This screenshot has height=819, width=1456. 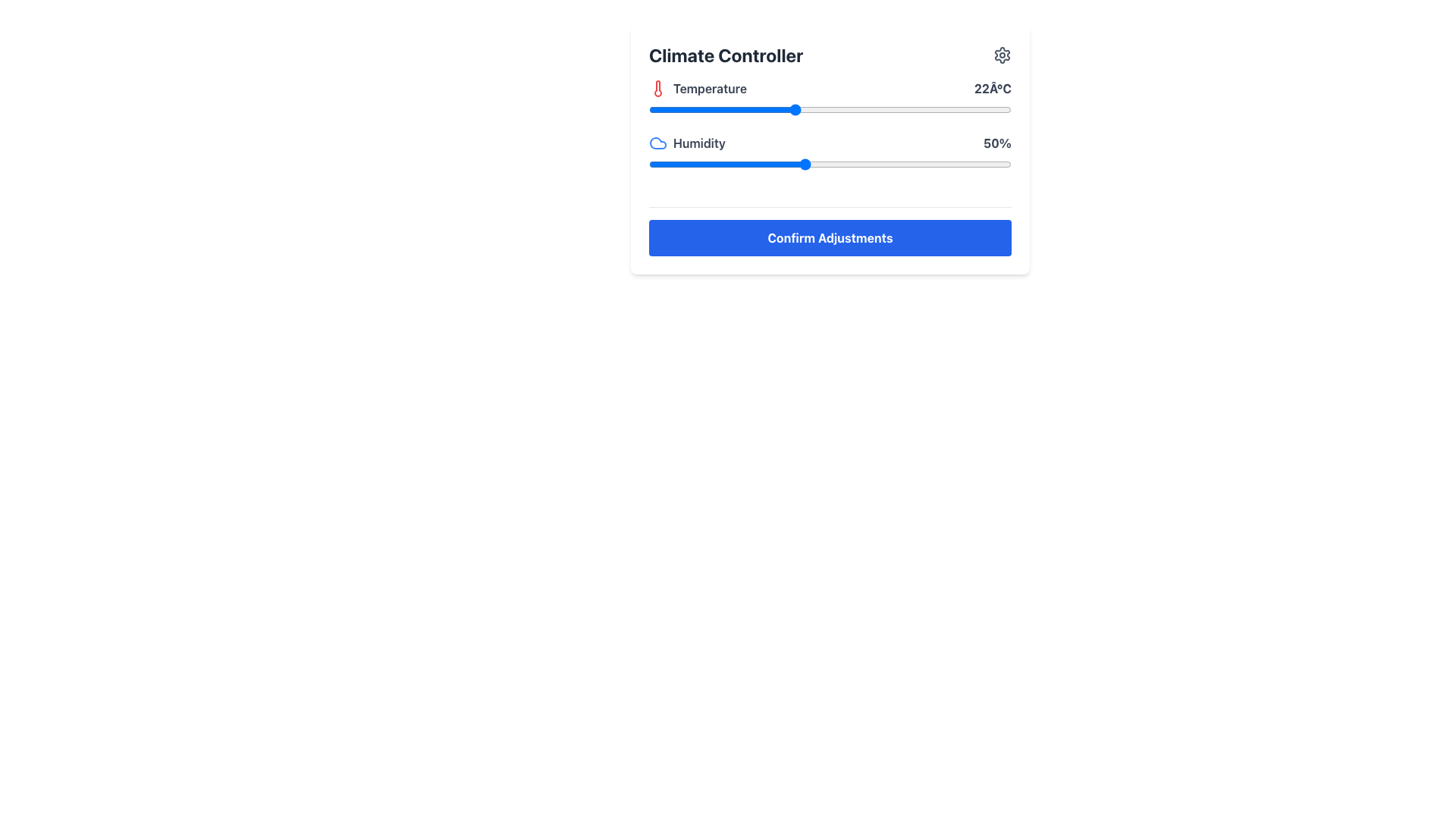 I want to click on humidity, so click(x=814, y=164).